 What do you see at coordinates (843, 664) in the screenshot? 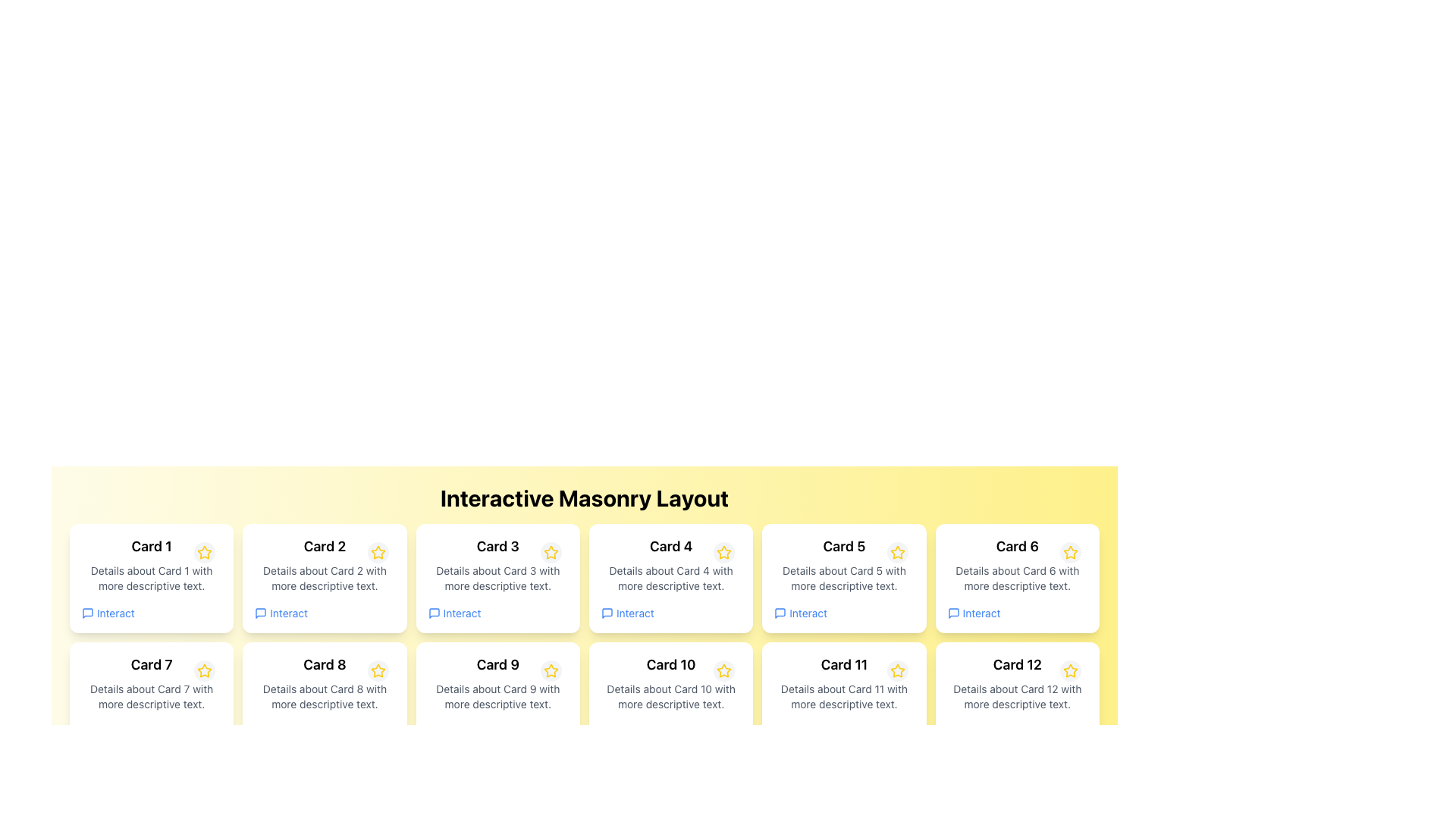
I see `the non-interactive heading label for 'Card 11', which identifies the card's content and is positioned in the third row, third column of the grid layout` at bounding box center [843, 664].